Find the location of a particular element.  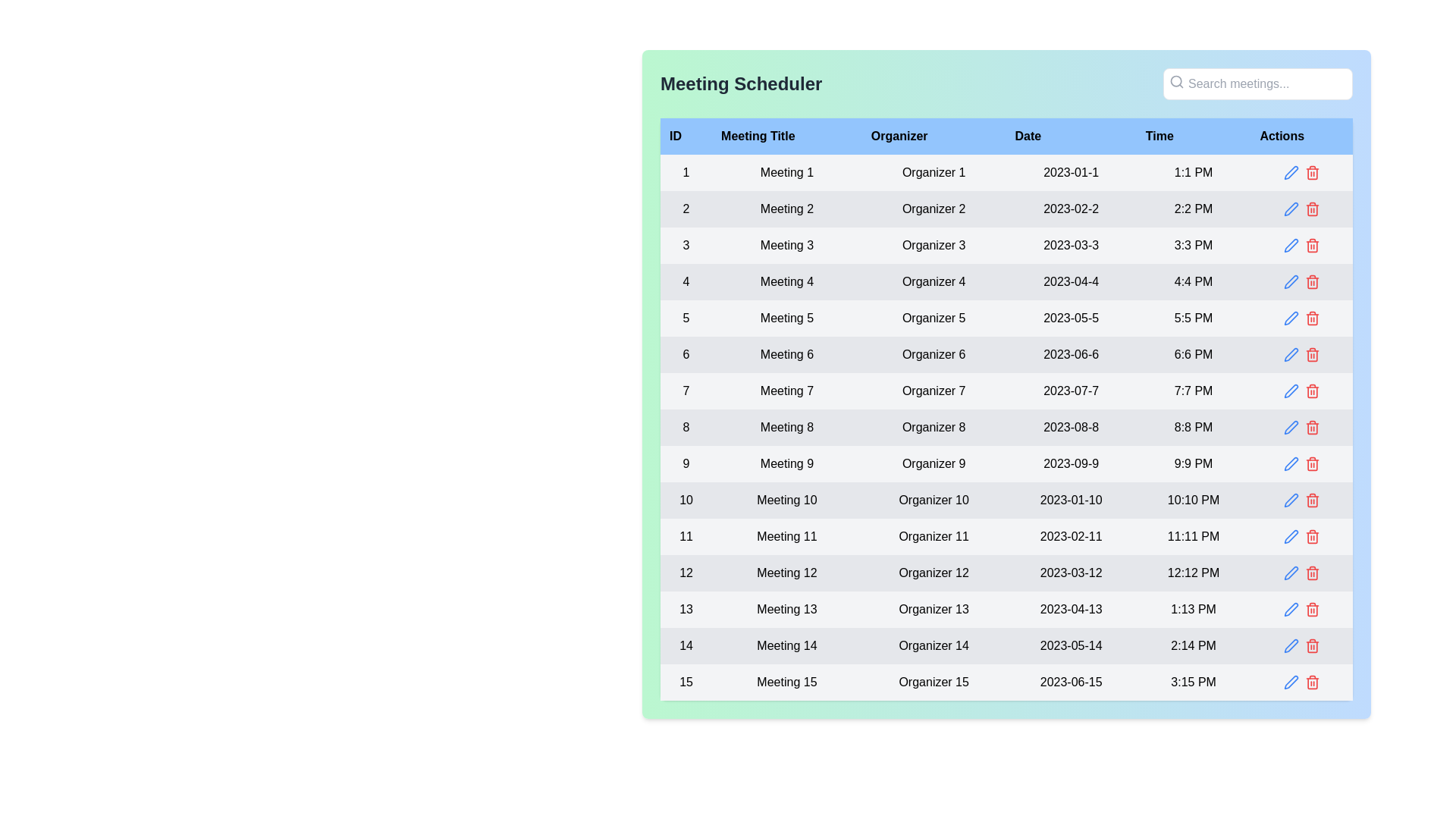

the Text label displaying the unique identifier (ID) for the 6th meeting in the first column of the table is located at coordinates (686, 354).